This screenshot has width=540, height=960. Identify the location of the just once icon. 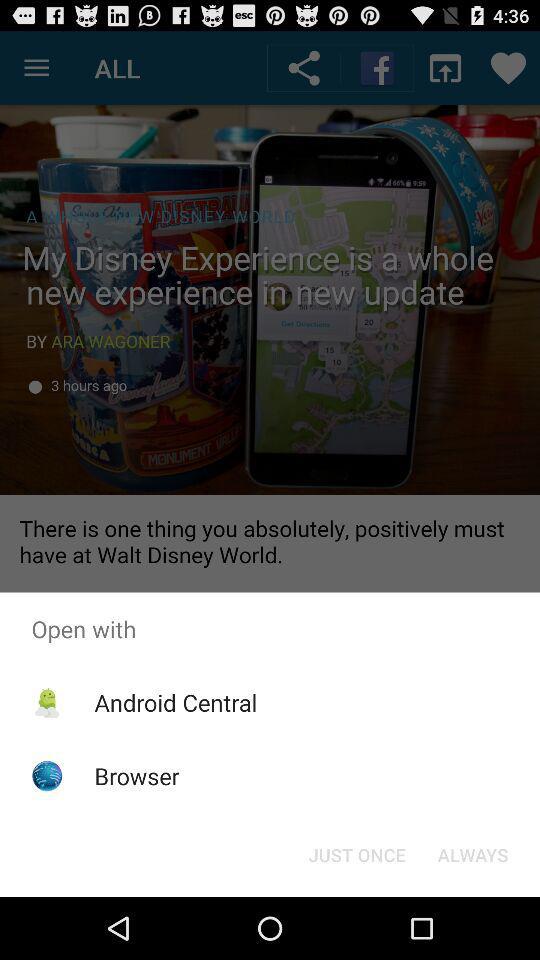
(356, 853).